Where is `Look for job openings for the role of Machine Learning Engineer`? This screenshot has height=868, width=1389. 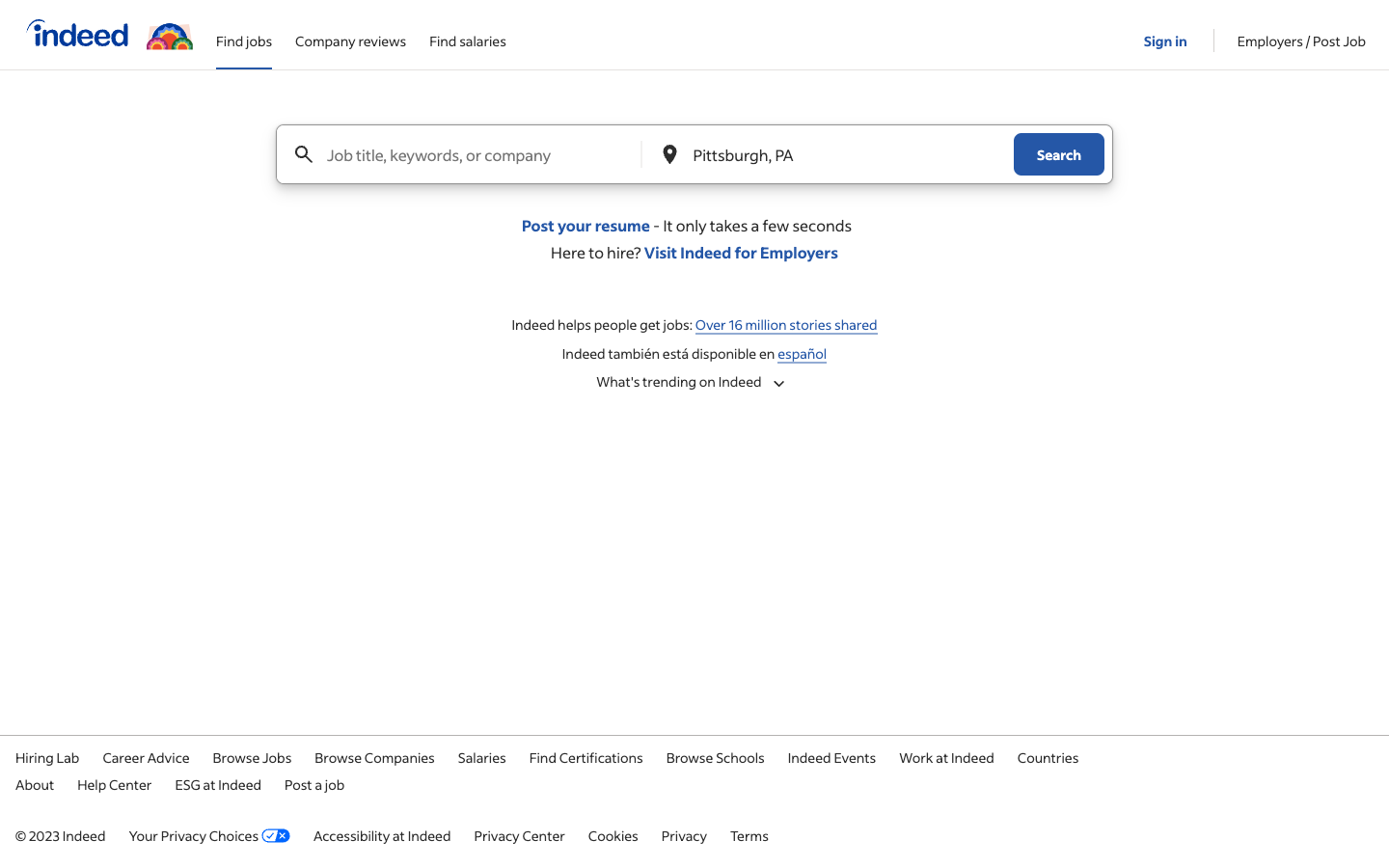 Look for job openings for the role of Machine Learning Engineer is located at coordinates (480, 154).